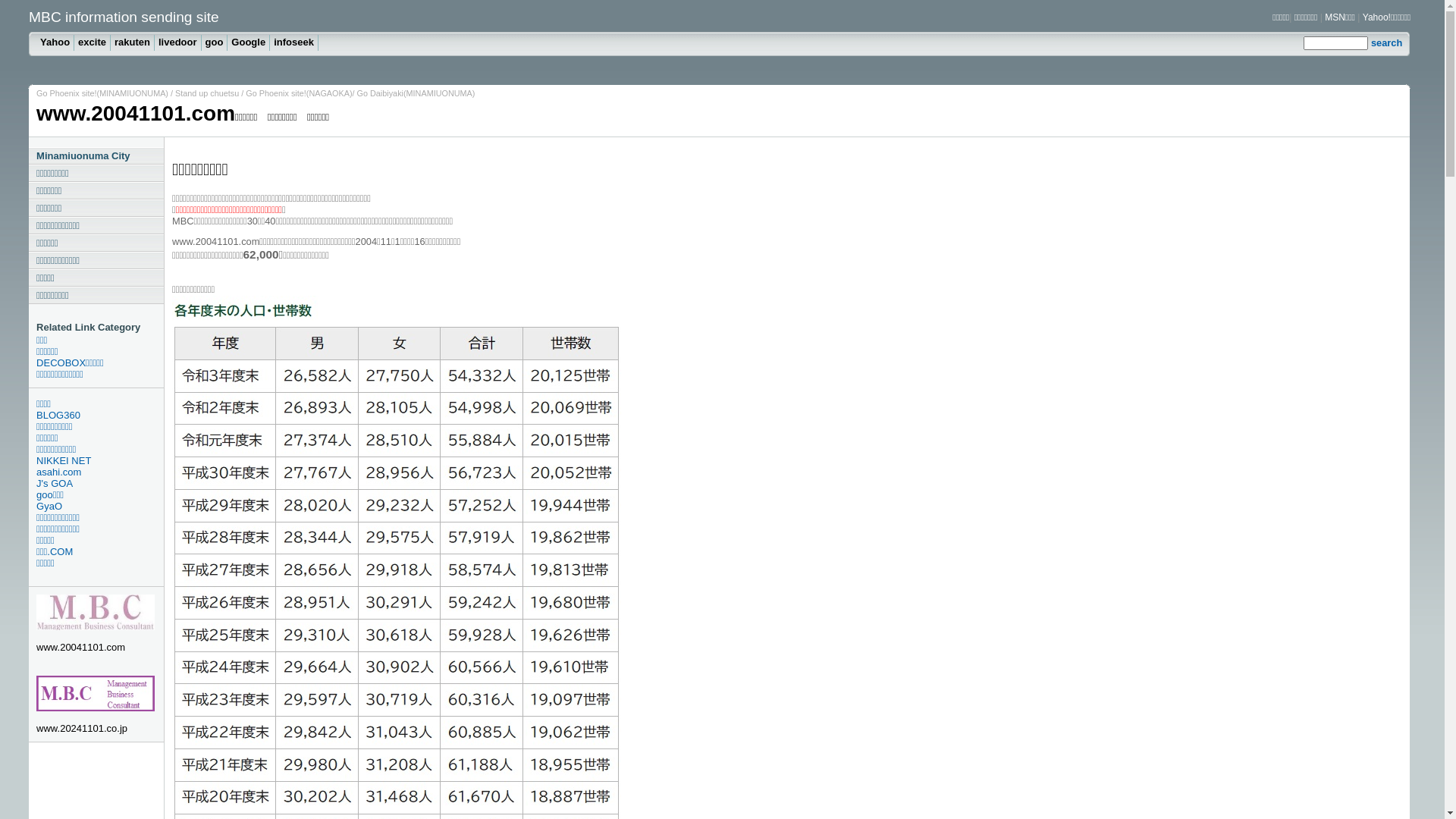 Image resolution: width=1456 pixels, height=819 pixels. What do you see at coordinates (1371, 42) in the screenshot?
I see `'search'` at bounding box center [1371, 42].